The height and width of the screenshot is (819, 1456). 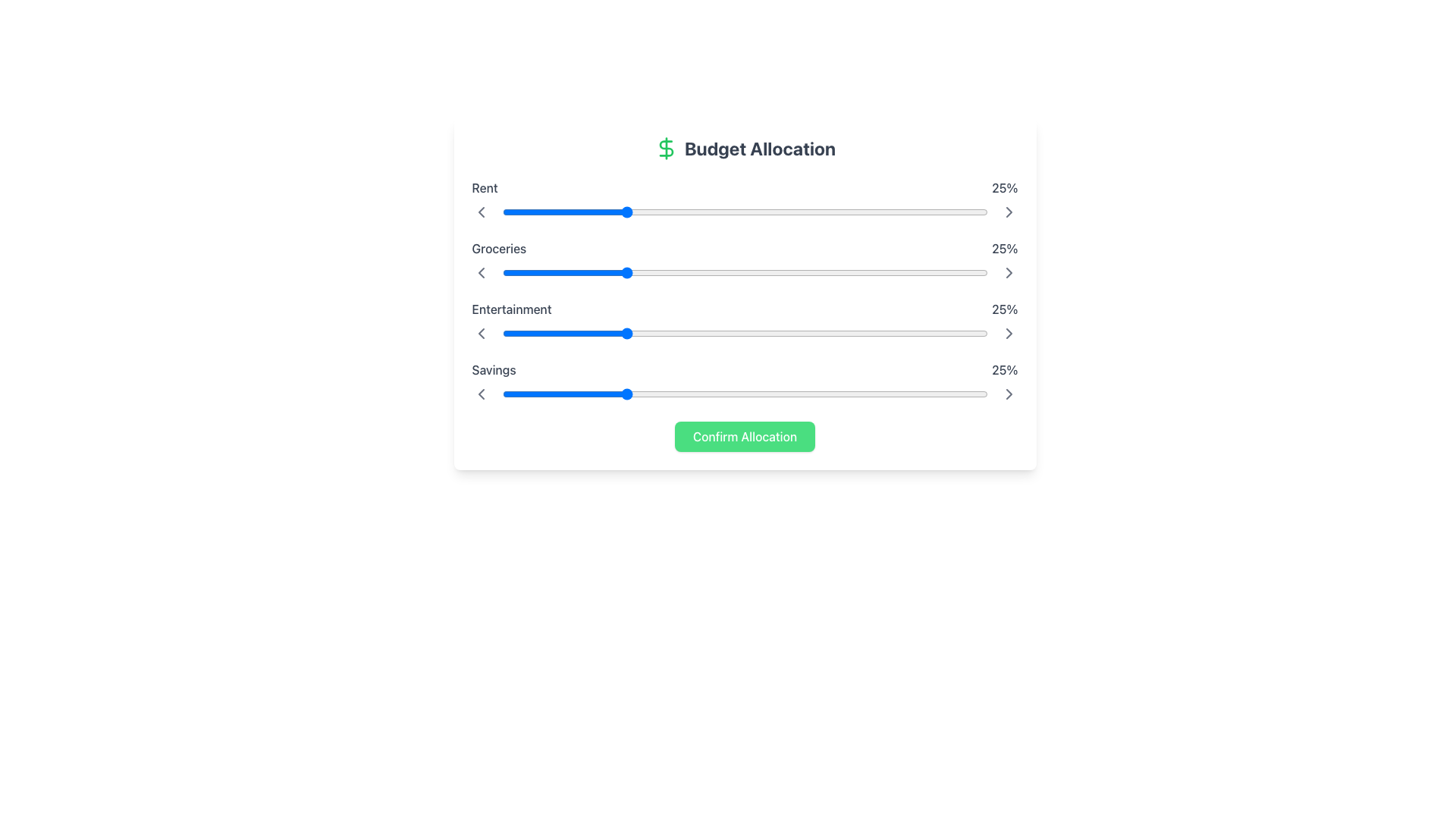 What do you see at coordinates (1005, 370) in the screenshot?
I see `the value displayed in the Static Text Label for the 'Savings' category in the Budget Allocation interface, specifically aligned with the 'Savings' label and showing 'Savings25%'` at bounding box center [1005, 370].